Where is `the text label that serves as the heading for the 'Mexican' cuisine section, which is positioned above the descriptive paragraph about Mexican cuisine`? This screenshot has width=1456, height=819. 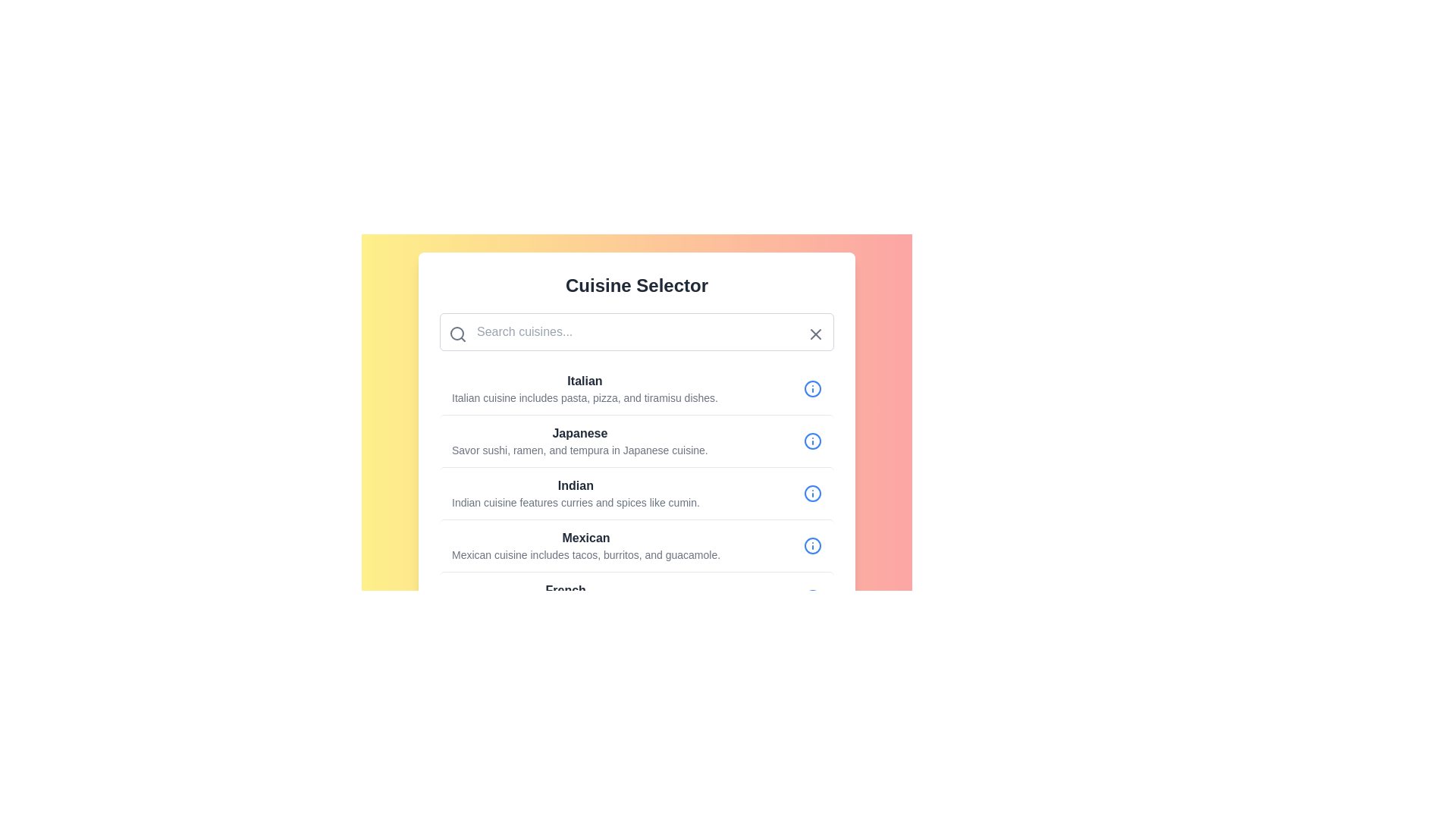 the text label that serves as the heading for the 'Mexican' cuisine section, which is positioned above the descriptive paragraph about Mexican cuisine is located at coordinates (585, 537).